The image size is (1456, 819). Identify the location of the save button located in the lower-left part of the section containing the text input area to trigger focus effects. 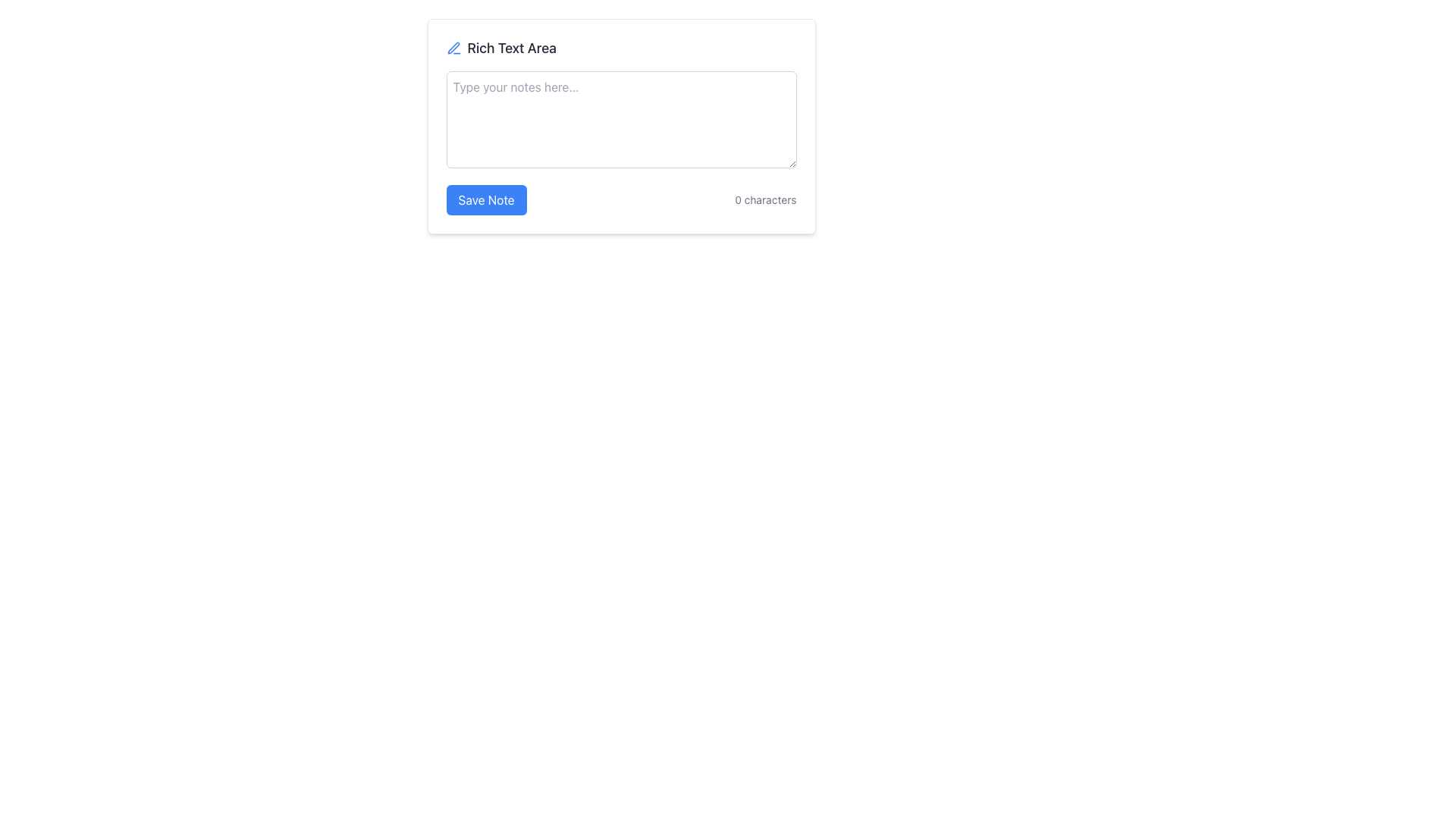
(486, 199).